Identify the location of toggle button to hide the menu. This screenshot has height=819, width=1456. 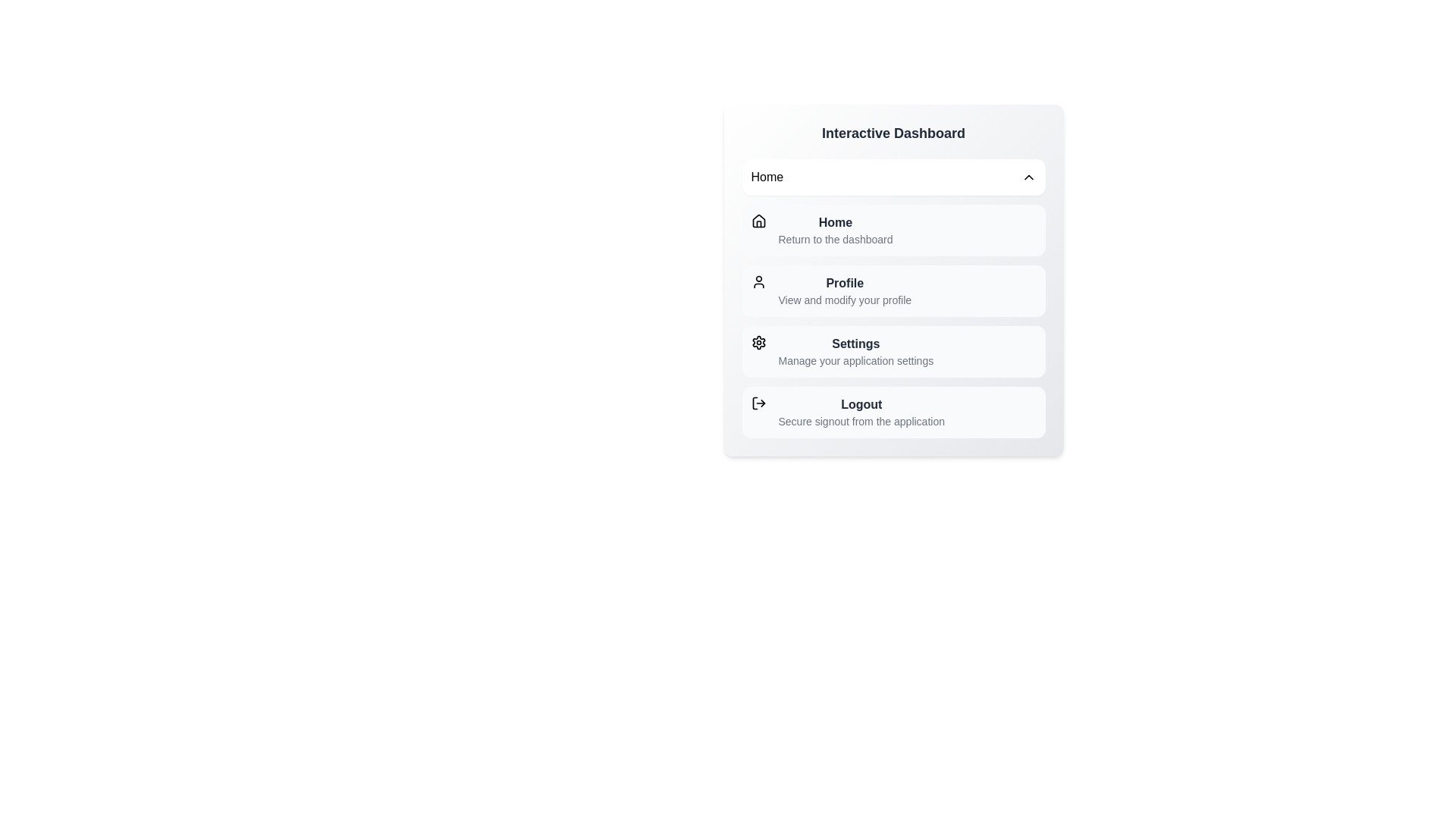
(893, 177).